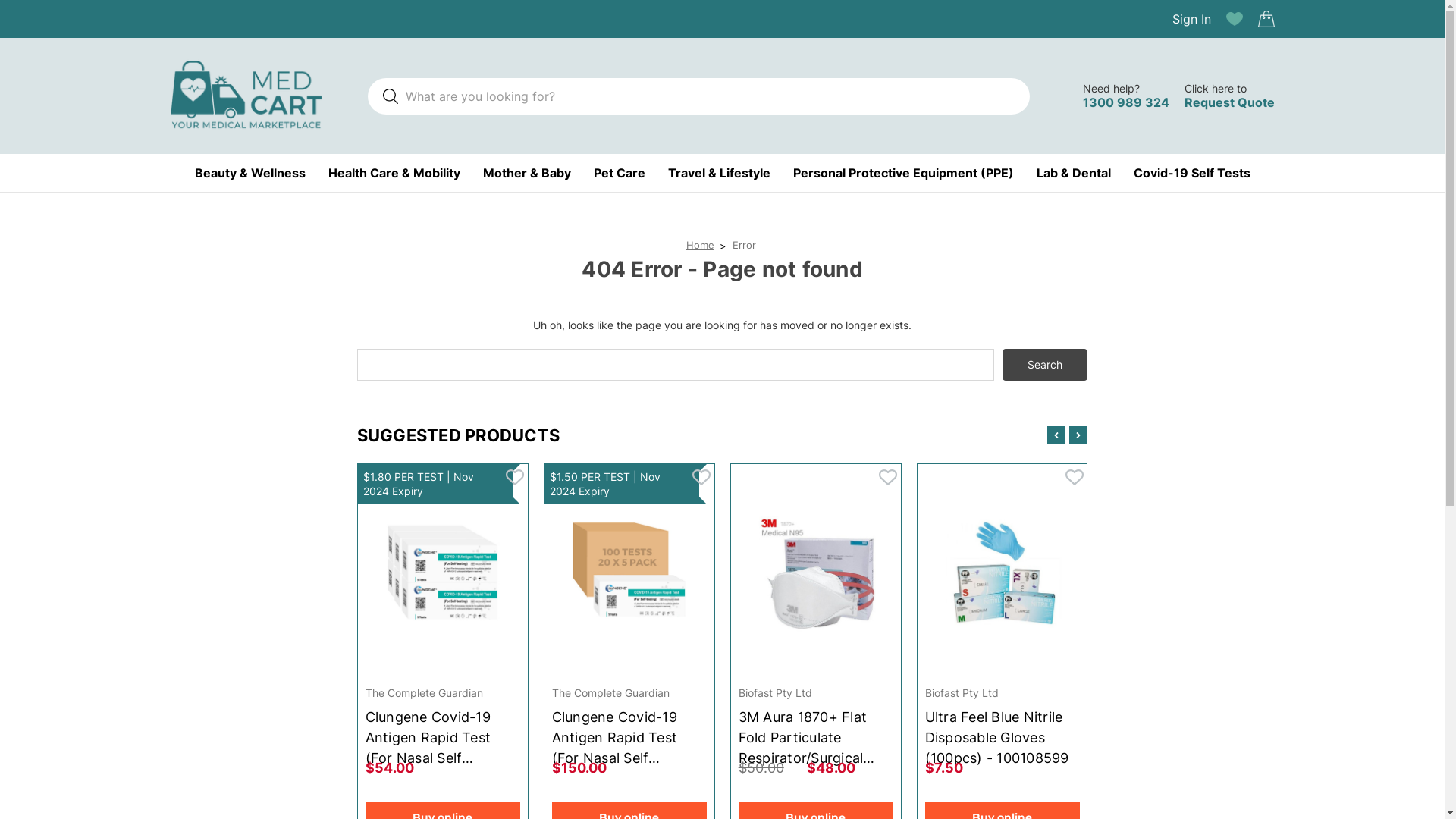 This screenshot has width=1456, height=819. Describe the element at coordinates (699, 244) in the screenshot. I see `'Home'` at that location.